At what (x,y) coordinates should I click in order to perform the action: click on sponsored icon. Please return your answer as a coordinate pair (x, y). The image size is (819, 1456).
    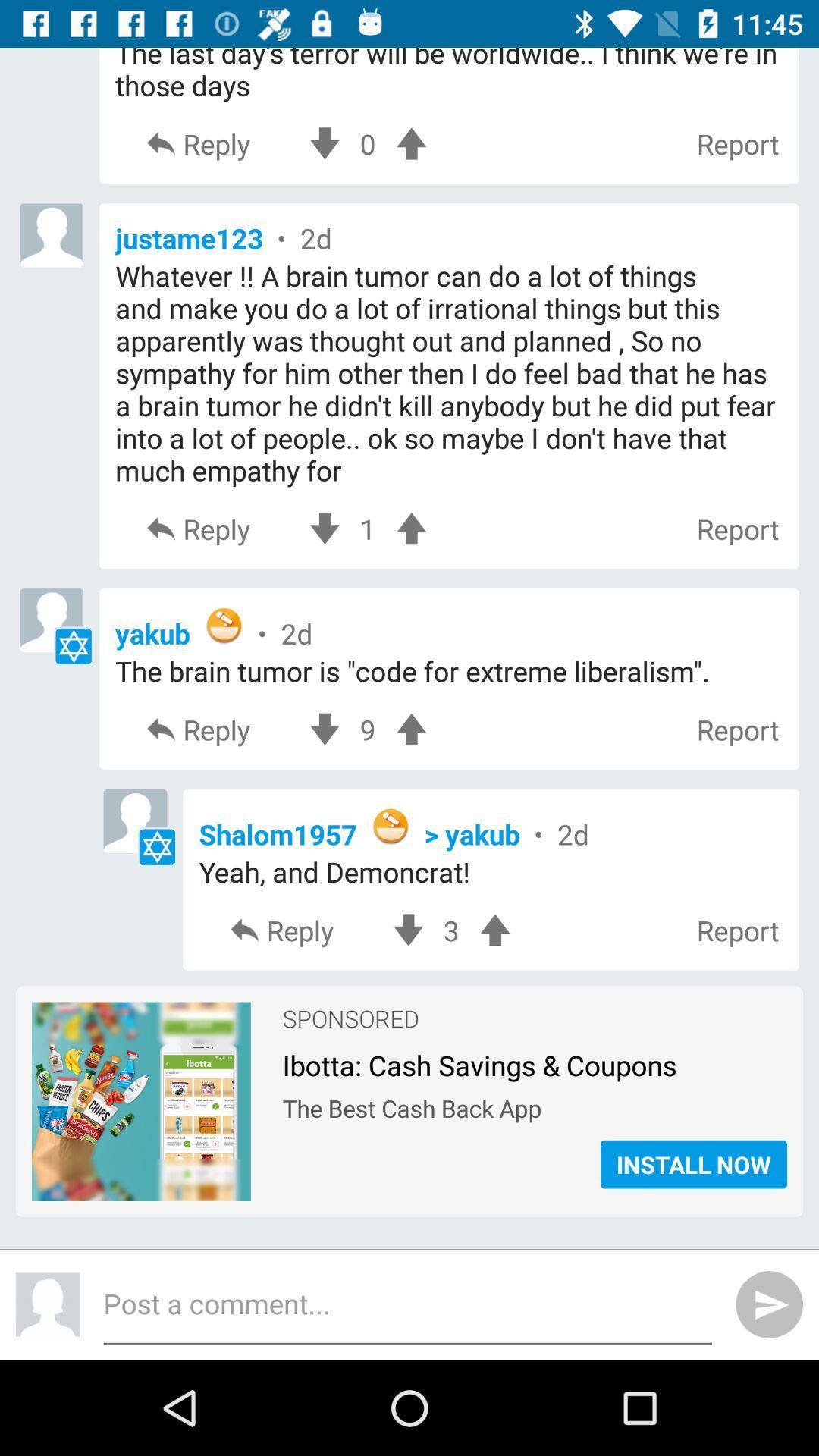
    Looking at the image, I should click on (351, 1012).